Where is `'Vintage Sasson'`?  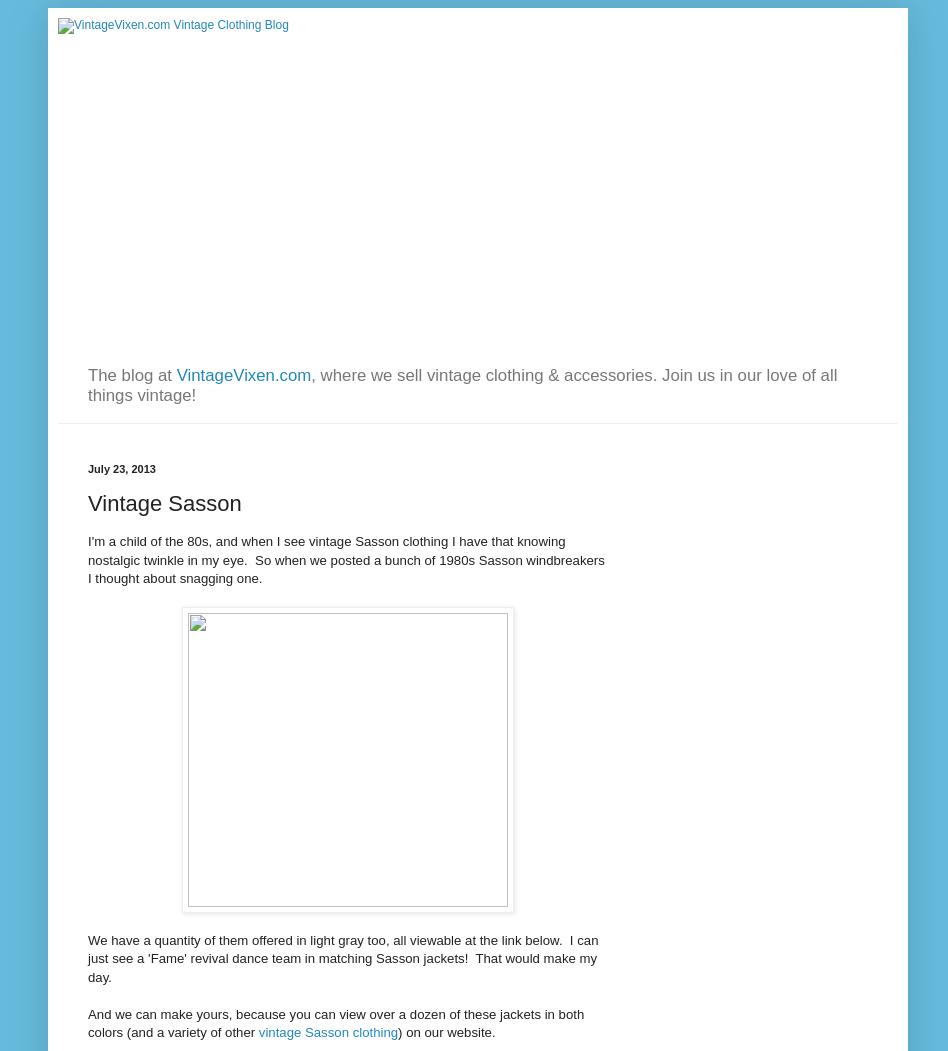
'Vintage Sasson' is located at coordinates (163, 503).